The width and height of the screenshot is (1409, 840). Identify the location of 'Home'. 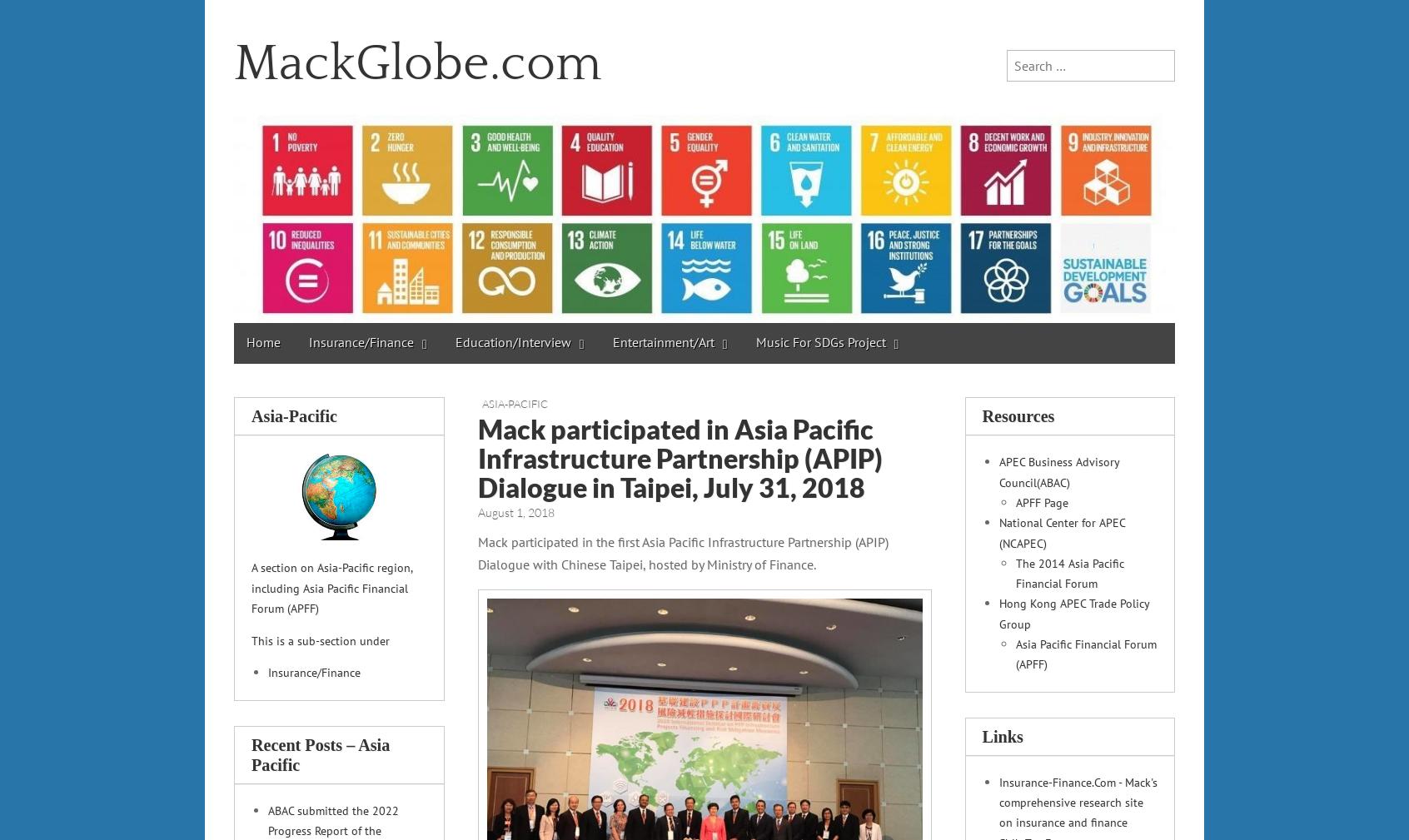
(262, 340).